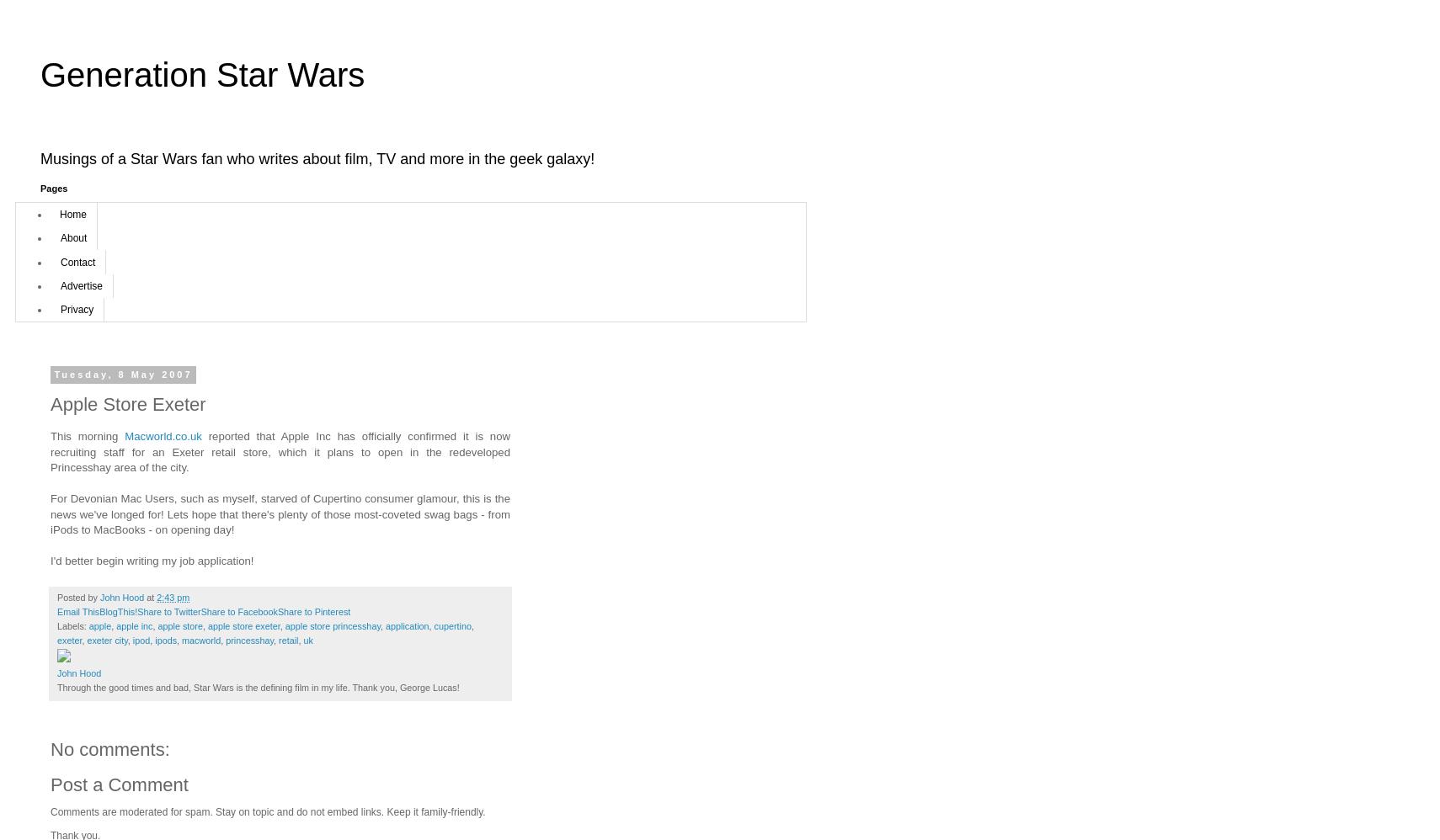 The height and width of the screenshot is (840, 1440). Describe the element at coordinates (331, 626) in the screenshot. I see `'apple store princesshay'` at that location.